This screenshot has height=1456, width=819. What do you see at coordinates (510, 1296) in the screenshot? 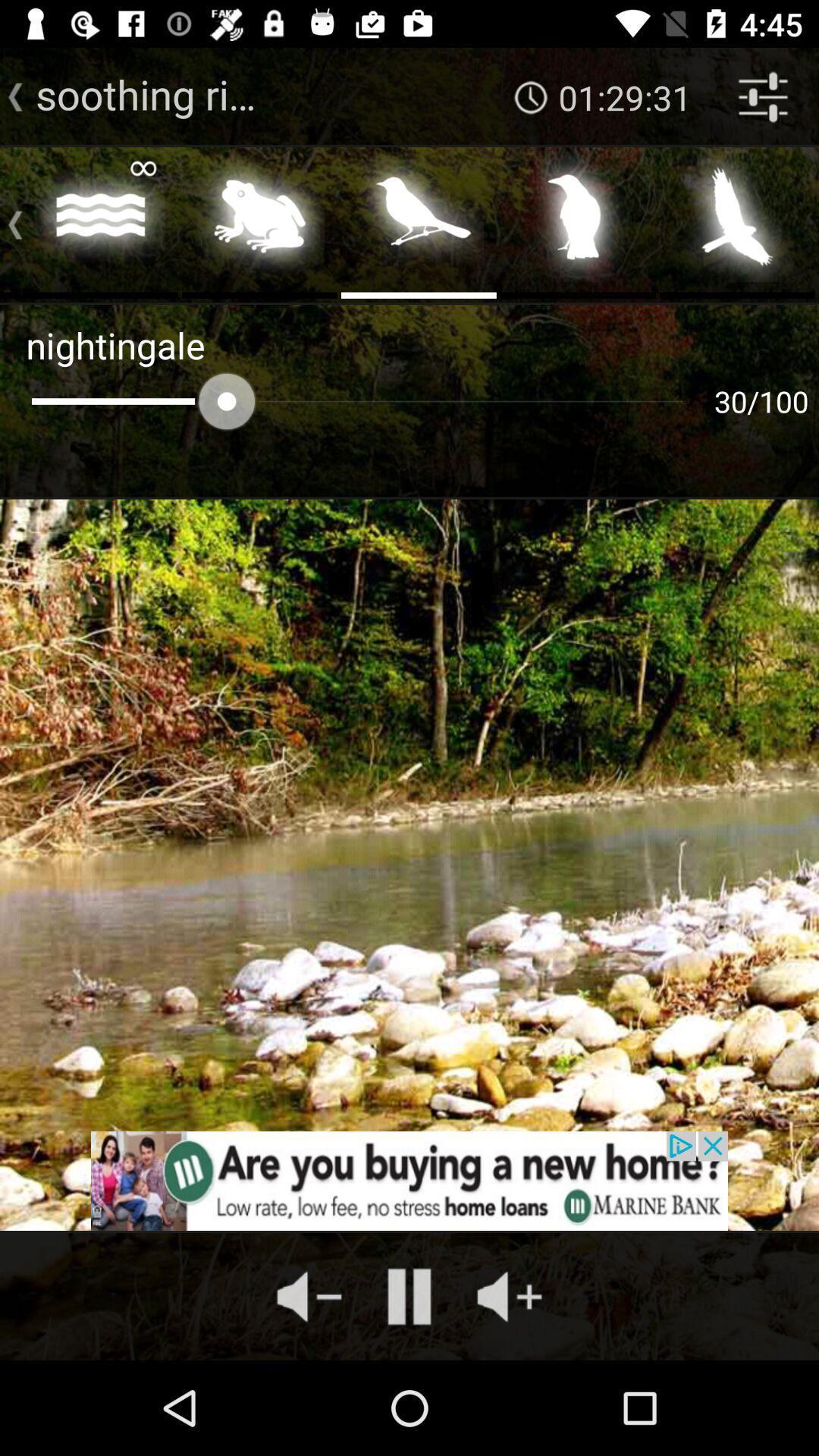
I see `the volume up option beside pause icon` at bounding box center [510, 1296].